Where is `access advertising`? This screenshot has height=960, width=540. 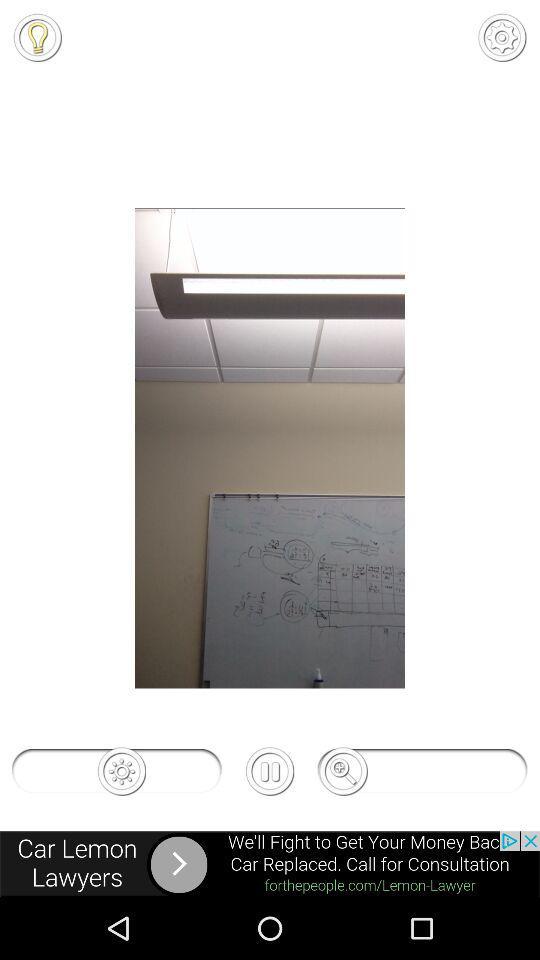 access advertising is located at coordinates (270, 863).